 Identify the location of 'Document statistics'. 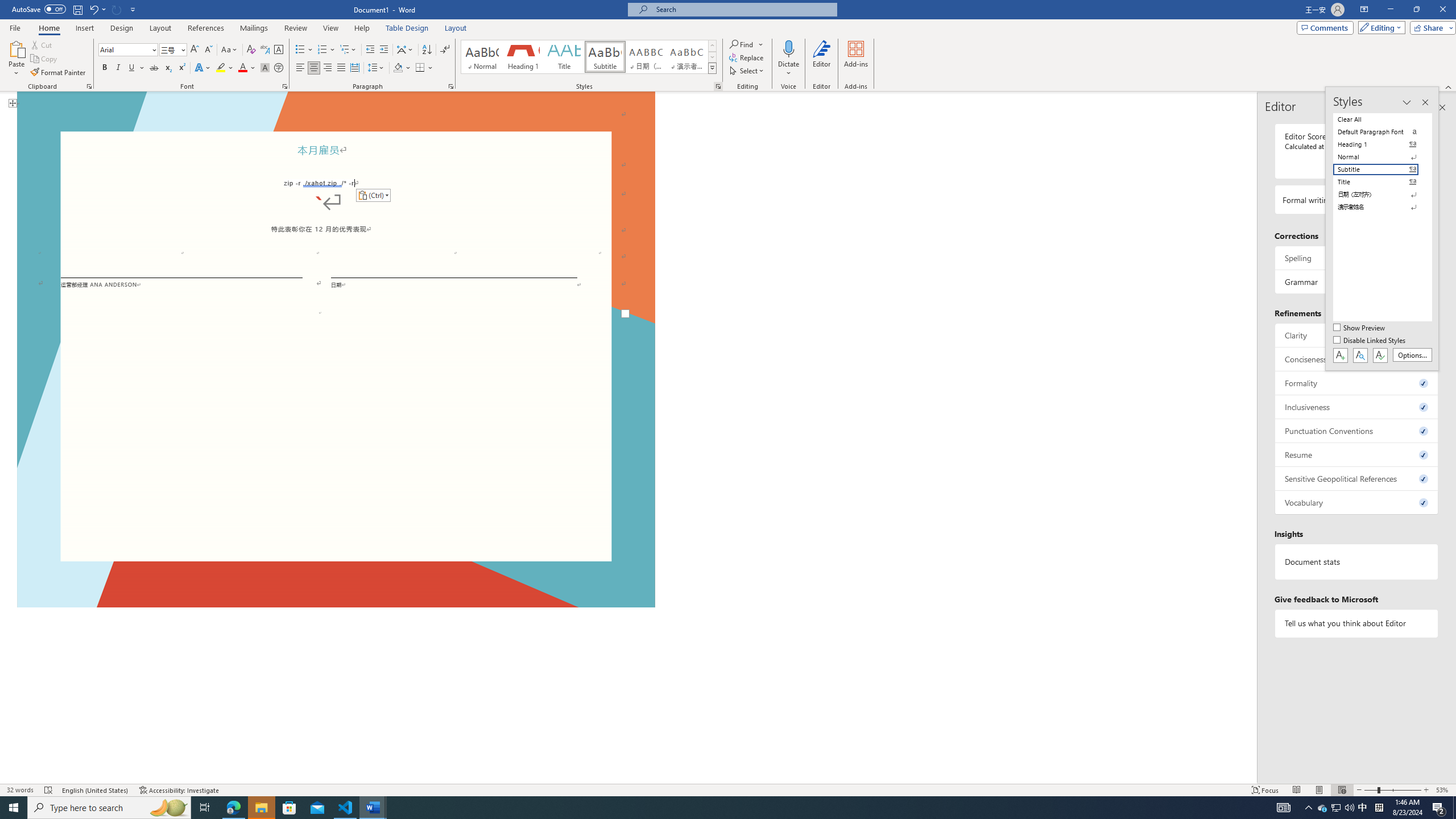
(1356, 562).